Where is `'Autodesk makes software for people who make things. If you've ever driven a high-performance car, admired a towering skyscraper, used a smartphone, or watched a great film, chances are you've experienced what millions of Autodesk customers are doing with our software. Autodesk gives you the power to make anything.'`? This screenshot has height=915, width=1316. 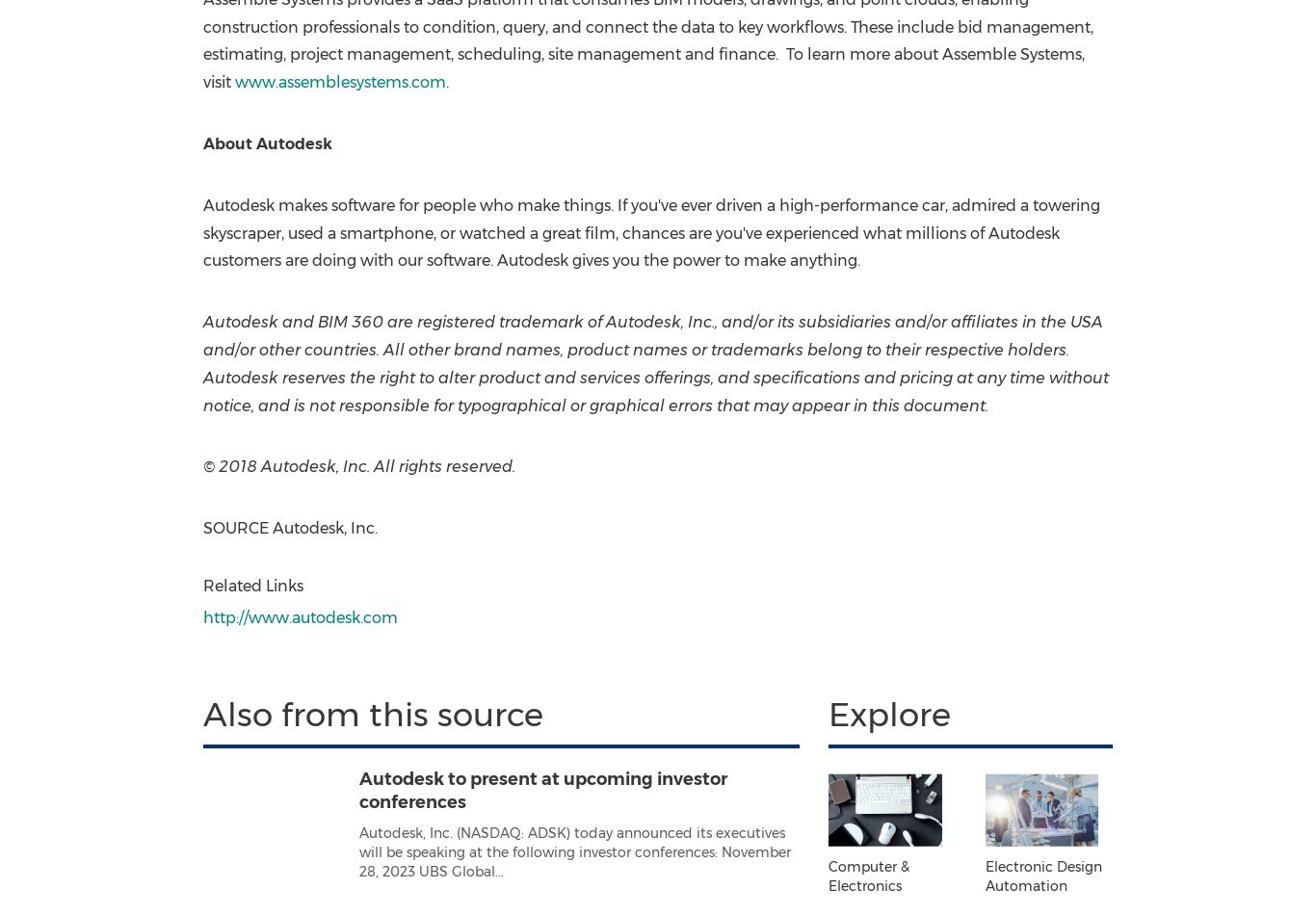
'Autodesk makes software for people who make things. If you've ever driven a high-performance car, admired a towering skyscraper, used a smartphone, or watched a great film, chances are you've experienced what millions of Autodesk customers are doing with our software. Autodesk gives you the power to make anything.' is located at coordinates (200, 231).